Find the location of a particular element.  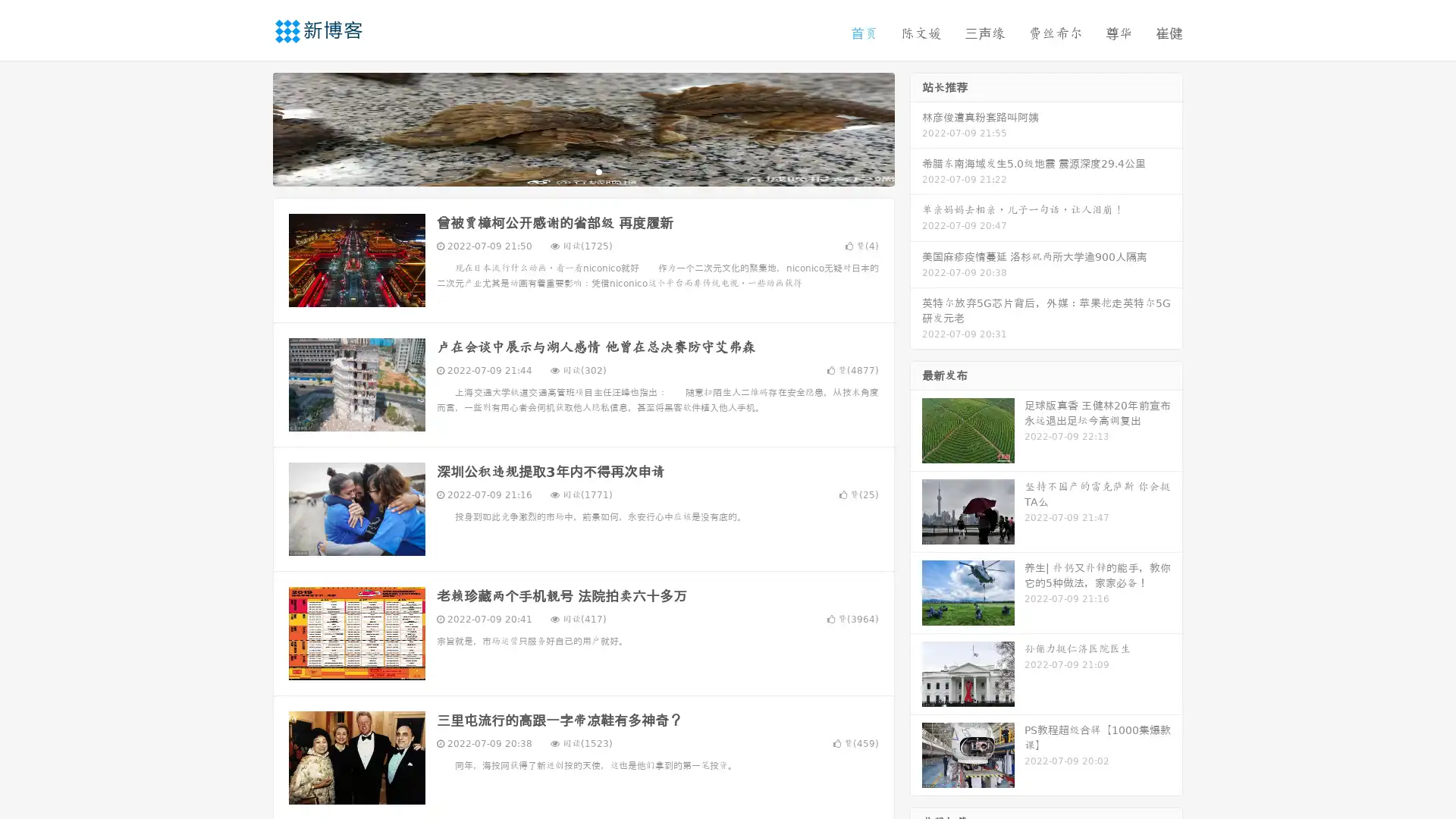

Next slide is located at coordinates (916, 127).